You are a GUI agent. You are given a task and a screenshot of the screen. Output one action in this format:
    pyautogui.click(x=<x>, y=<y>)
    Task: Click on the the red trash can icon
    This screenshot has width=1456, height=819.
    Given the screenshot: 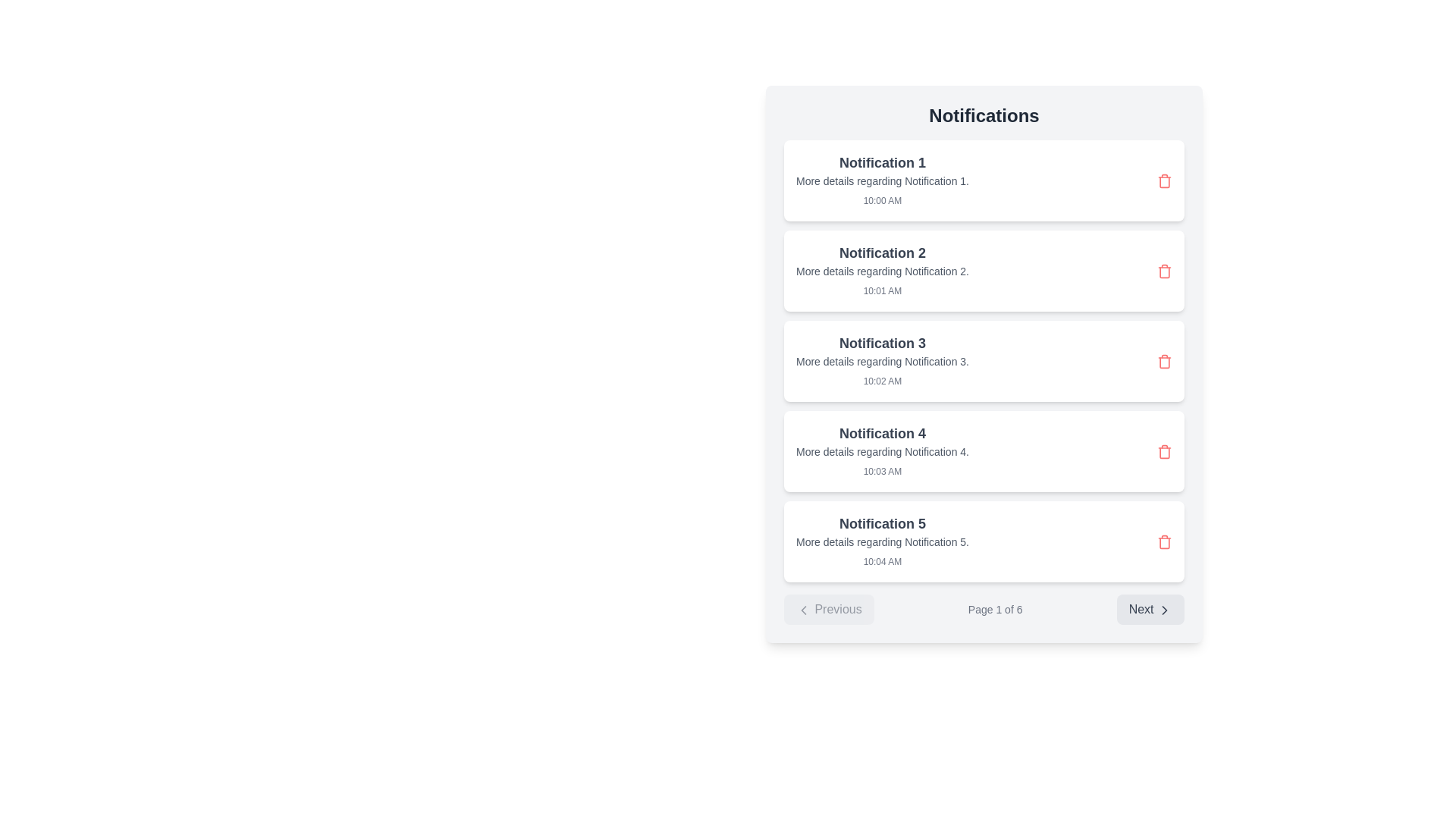 What is the action you would take?
    pyautogui.click(x=1164, y=361)
    